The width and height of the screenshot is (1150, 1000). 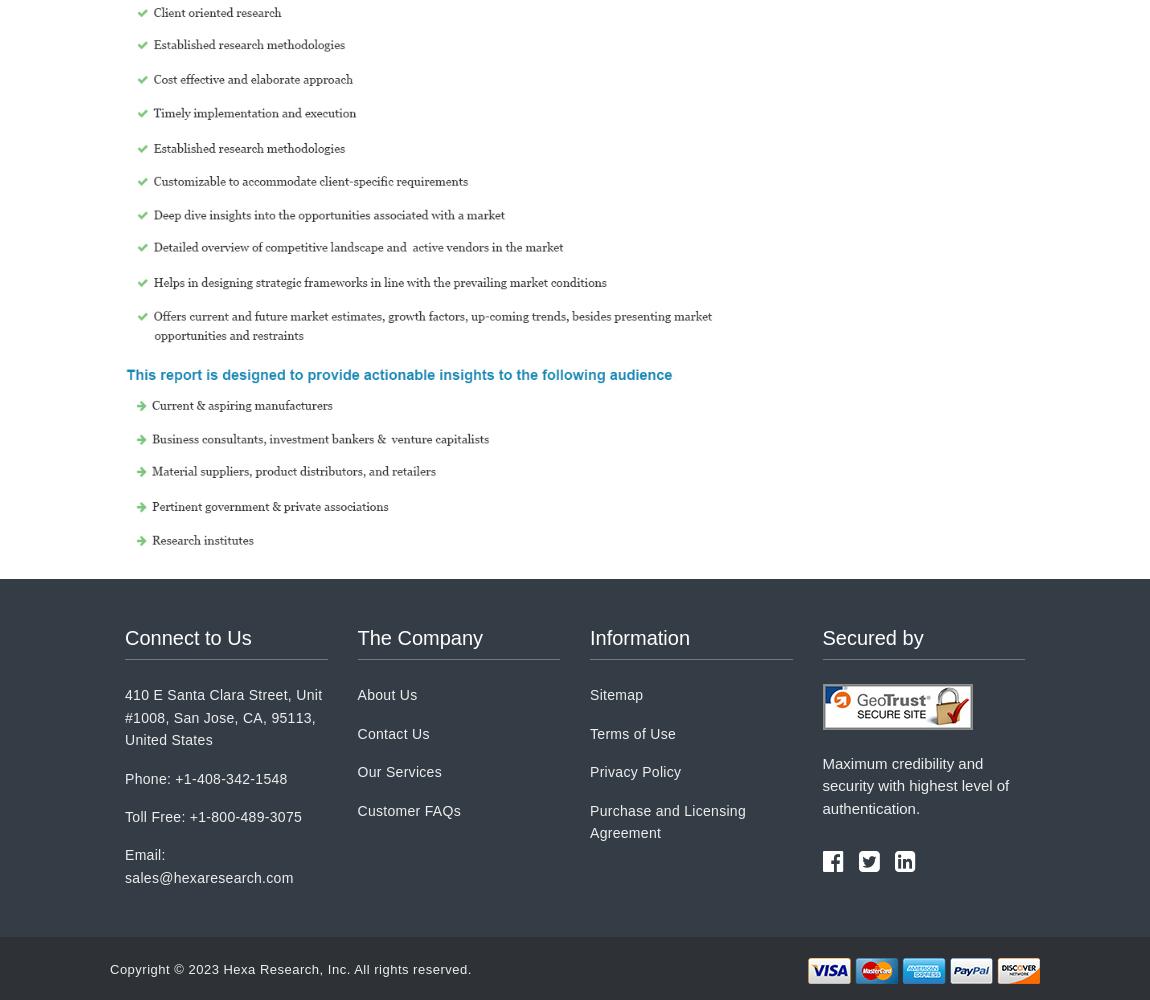 What do you see at coordinates (872, 638) in the screenshot?
I see `'Secured by'` at bounding box center [872, 638].